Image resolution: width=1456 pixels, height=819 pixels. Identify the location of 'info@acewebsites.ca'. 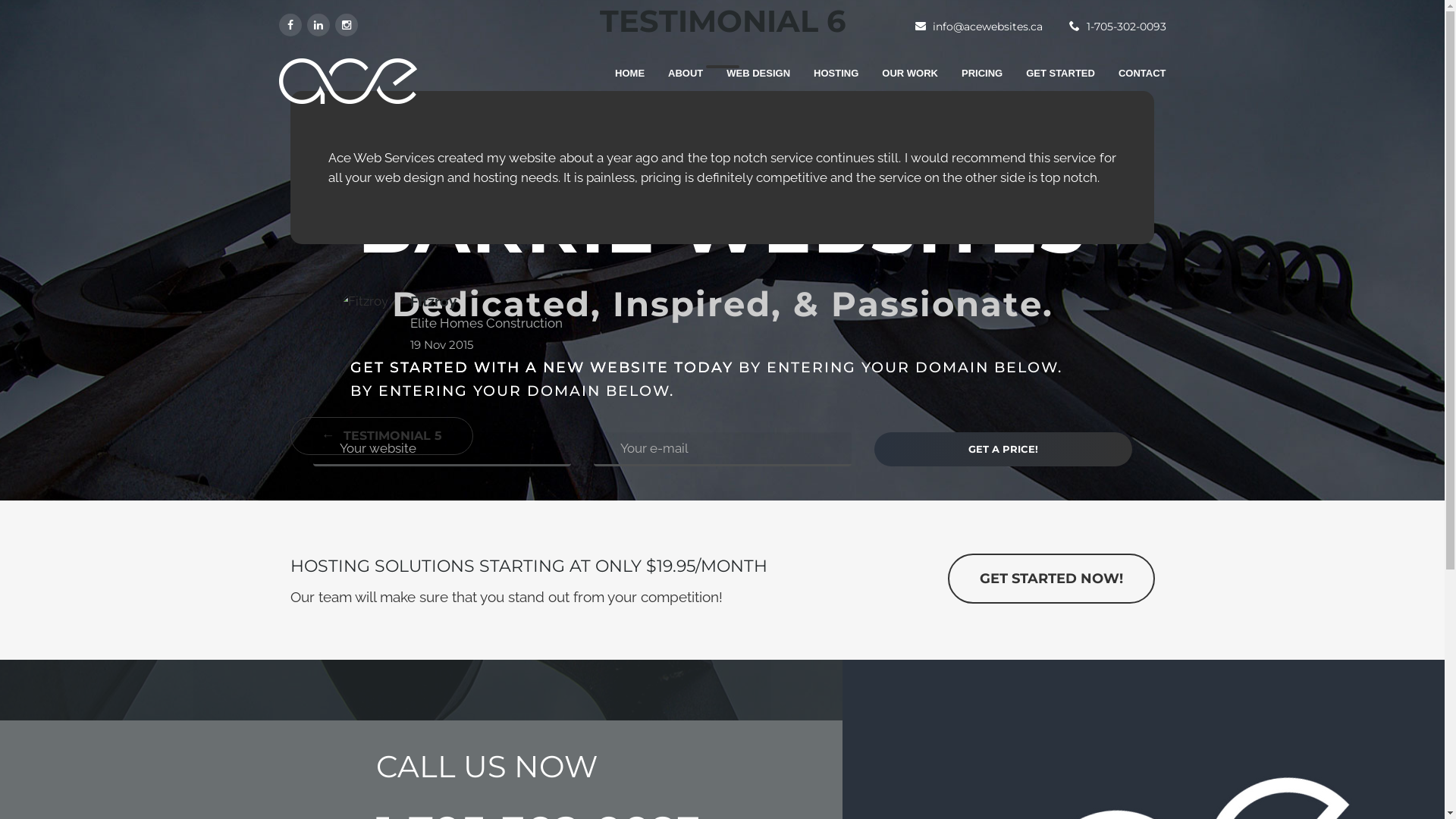
(987, 26).